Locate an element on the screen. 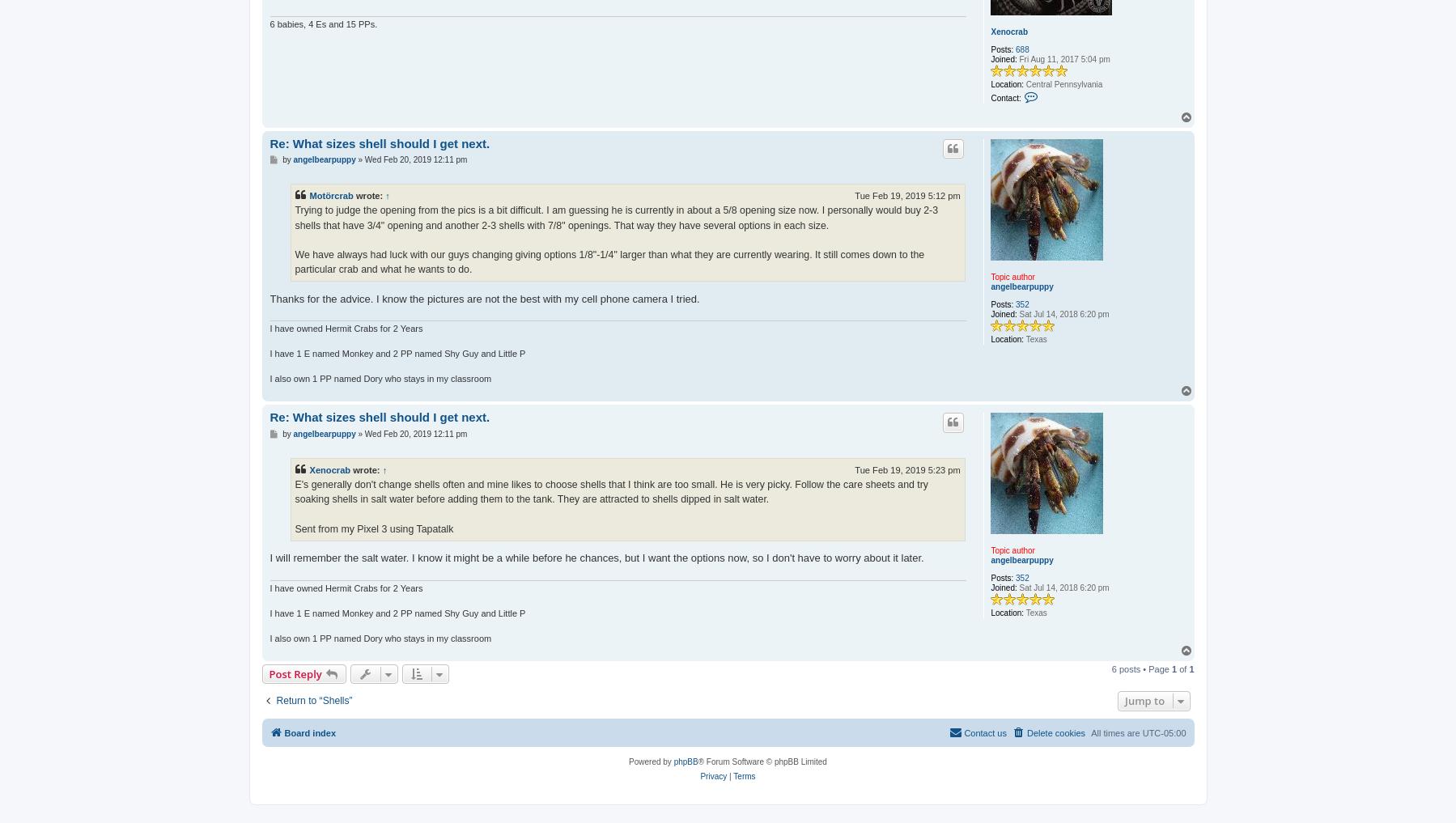 This screenshot has height=823, width=1456. 'Tue Feb 19, 2019 5:12 pm' is located at coordinates (906, 195).